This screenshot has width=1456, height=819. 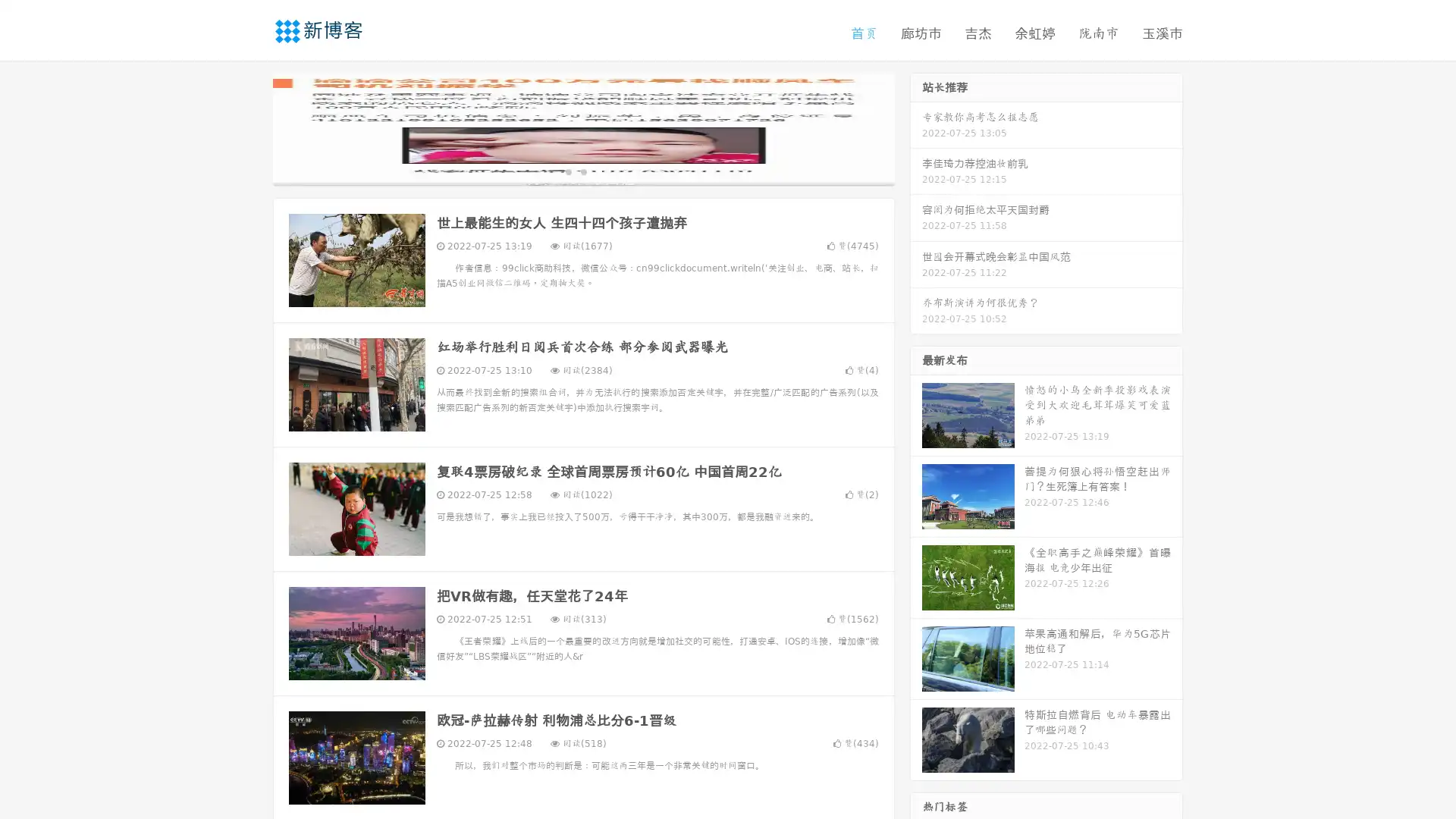 What do you see at coordinates (582, 171) in the screenshot?
I see `Go to slide 2` at bounding box center [582, 171].